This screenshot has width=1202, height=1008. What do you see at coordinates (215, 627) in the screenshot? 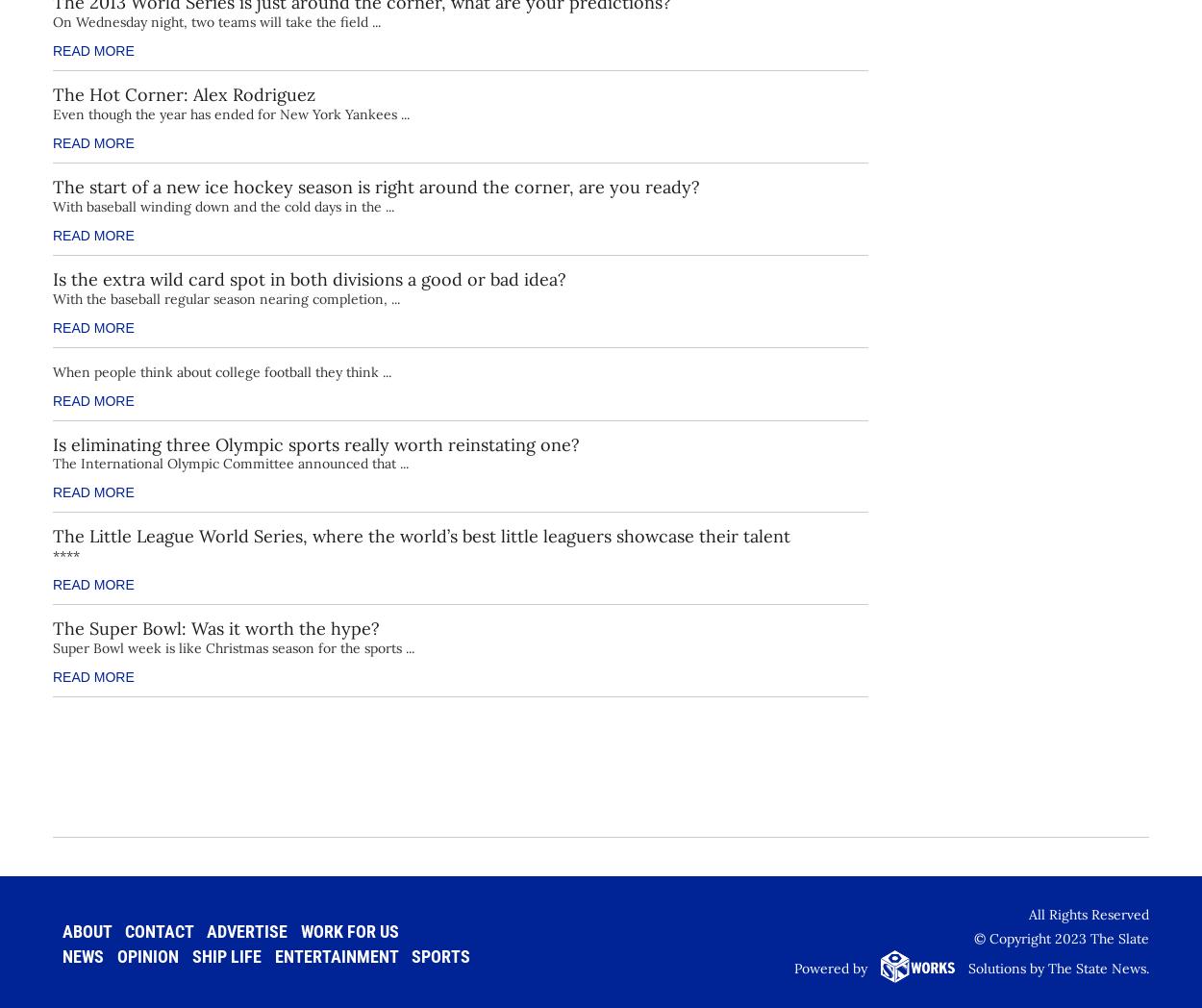
I see `'The Super Bowl: Was it worth the hype?'` at bounding box center [215, 627].